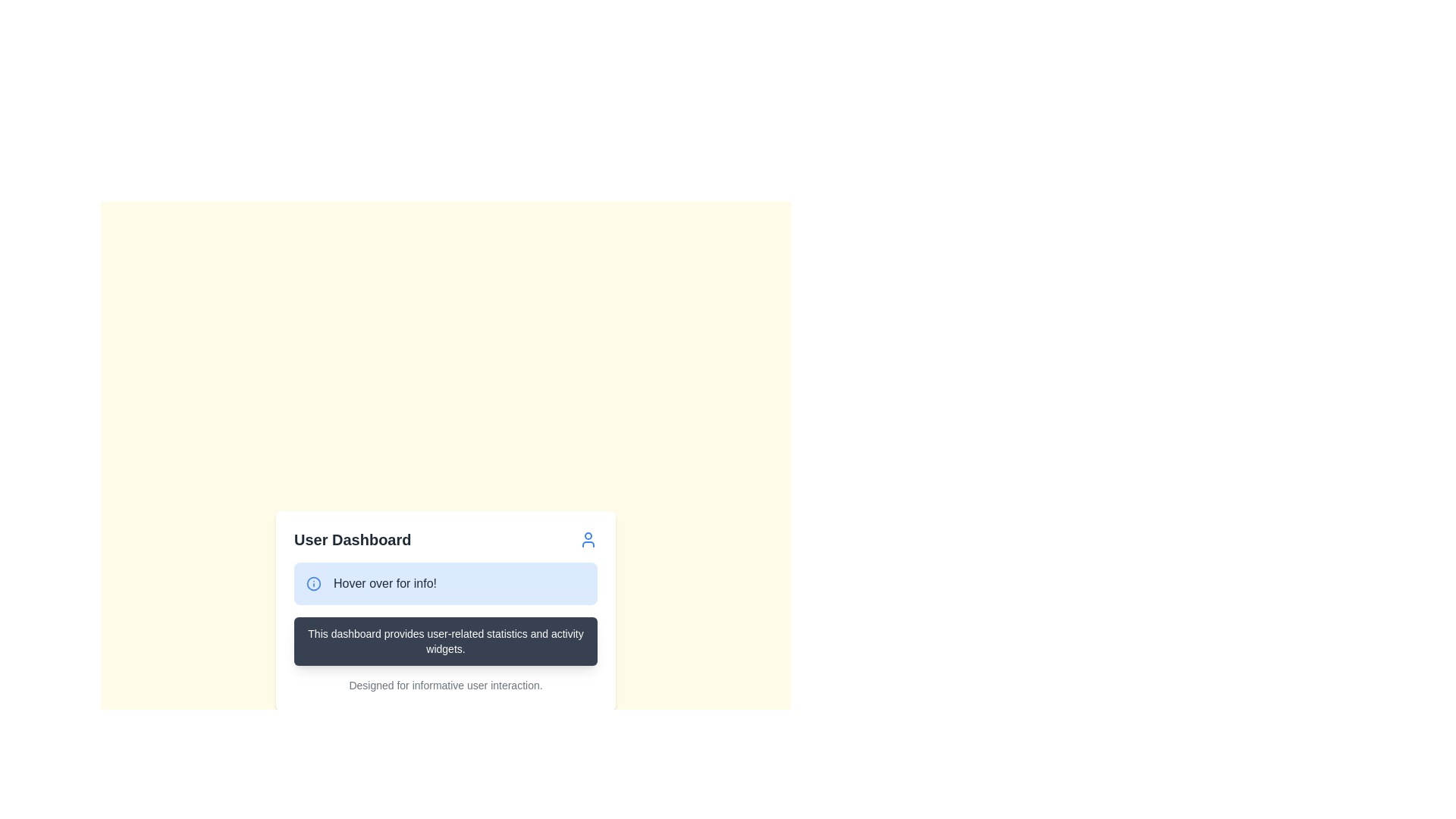 The height and width of the screenshot is (819, 1456). Describe the element at coordinates (352, 539) in the screenshot. I see `the 'User Dashboard' text label, which is a bold, extra-large dark gray title positioned towards the top left of the interface` at that location.